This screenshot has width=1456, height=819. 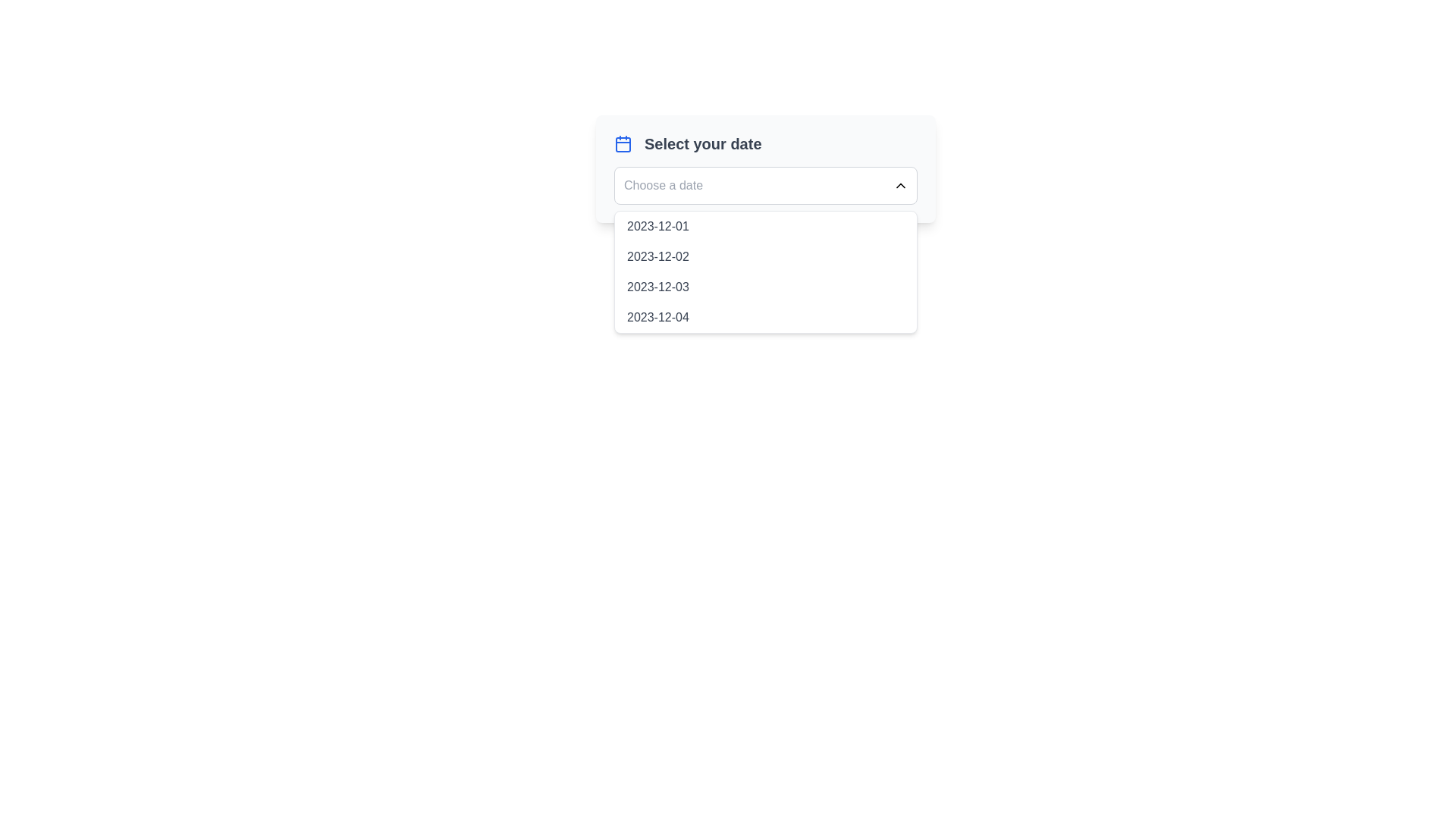 What do you see at coordinates (765, 317) in the screenshot?
I see `the dropdown menu item displaying the date '2023-12-04'` at bounding box center [765, 317].